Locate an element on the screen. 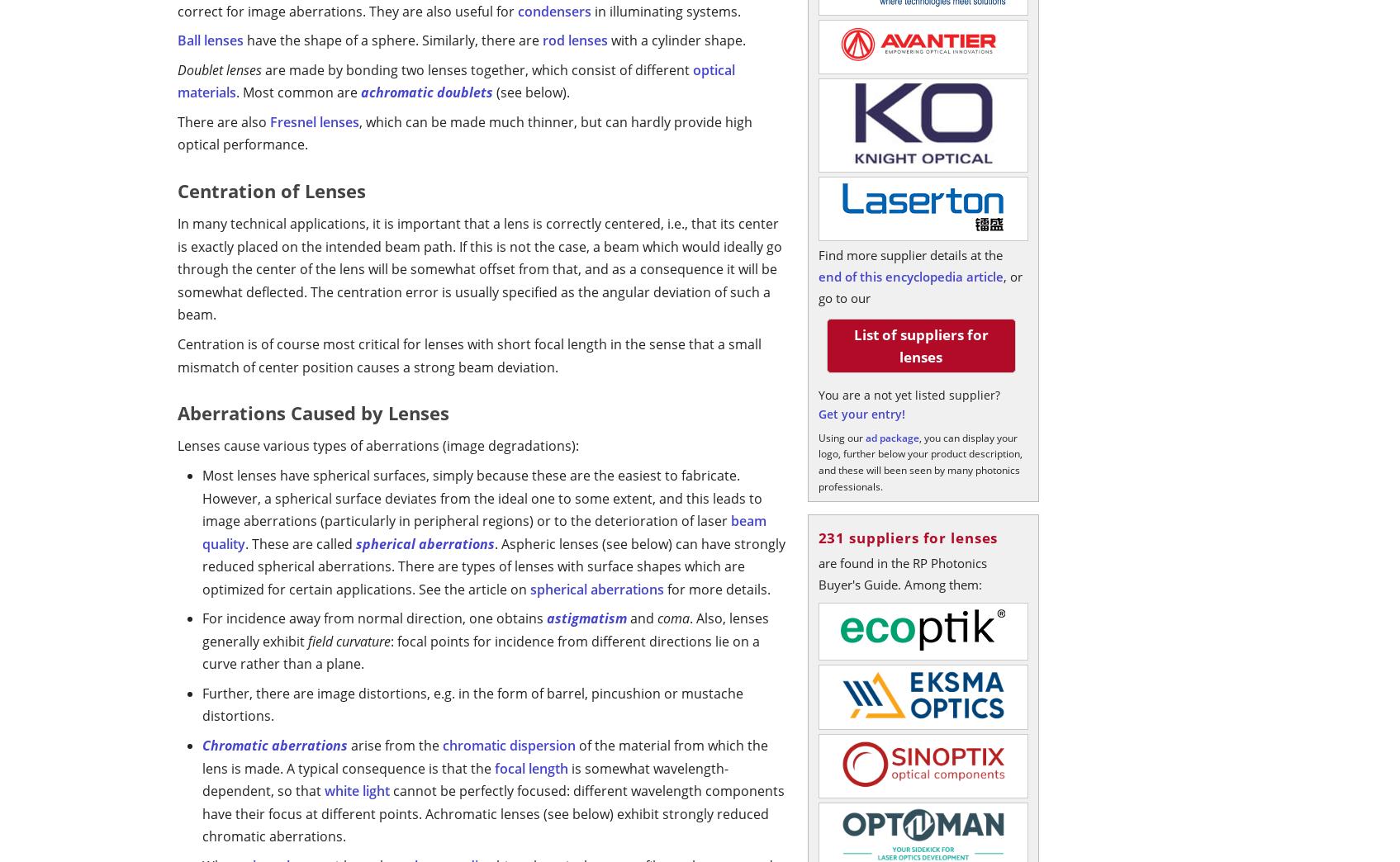  'Get your entry!' is located at coordinates (817, 414).